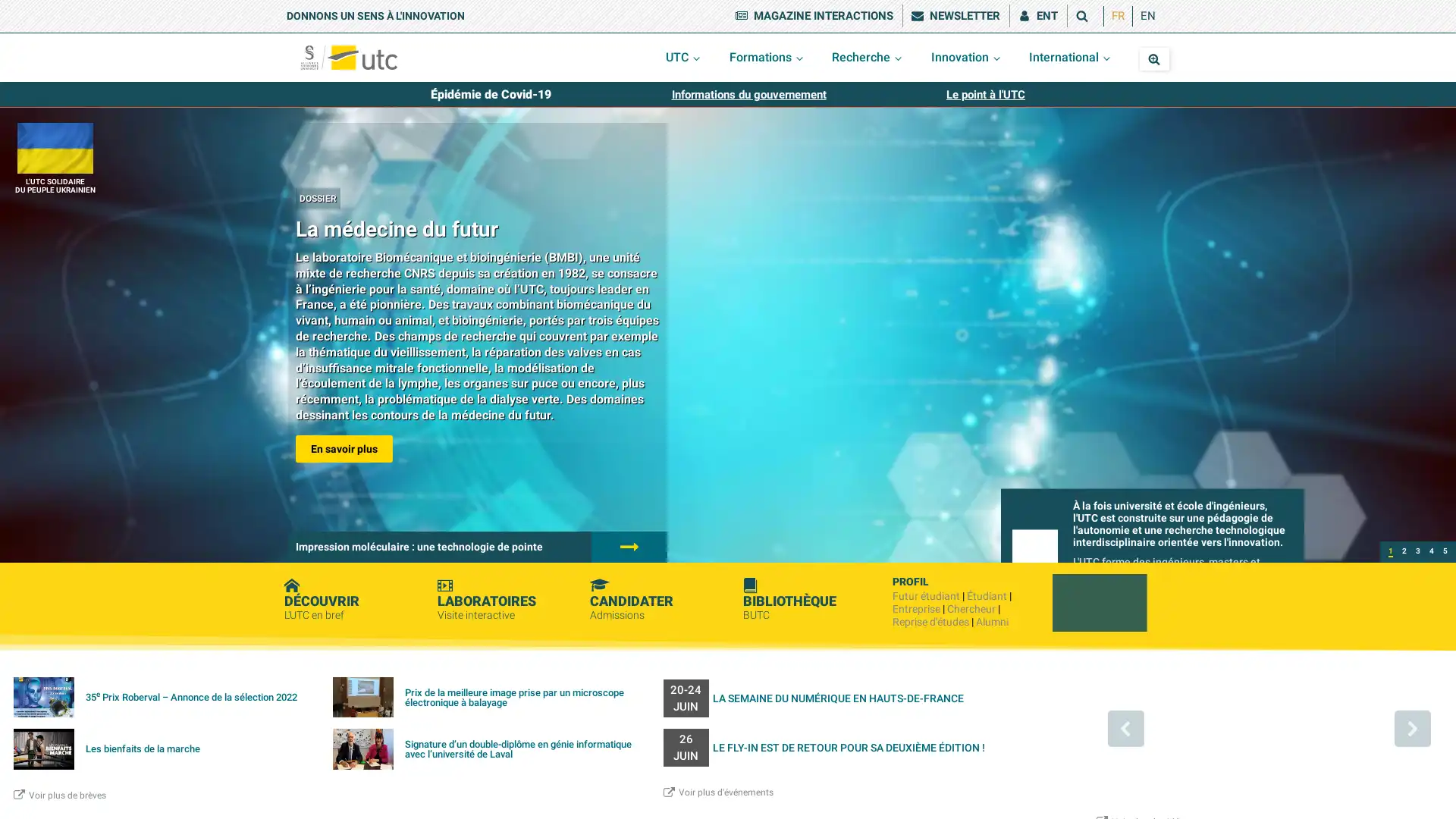  I want to click on Diapositive suivante, so click(1411, 727).